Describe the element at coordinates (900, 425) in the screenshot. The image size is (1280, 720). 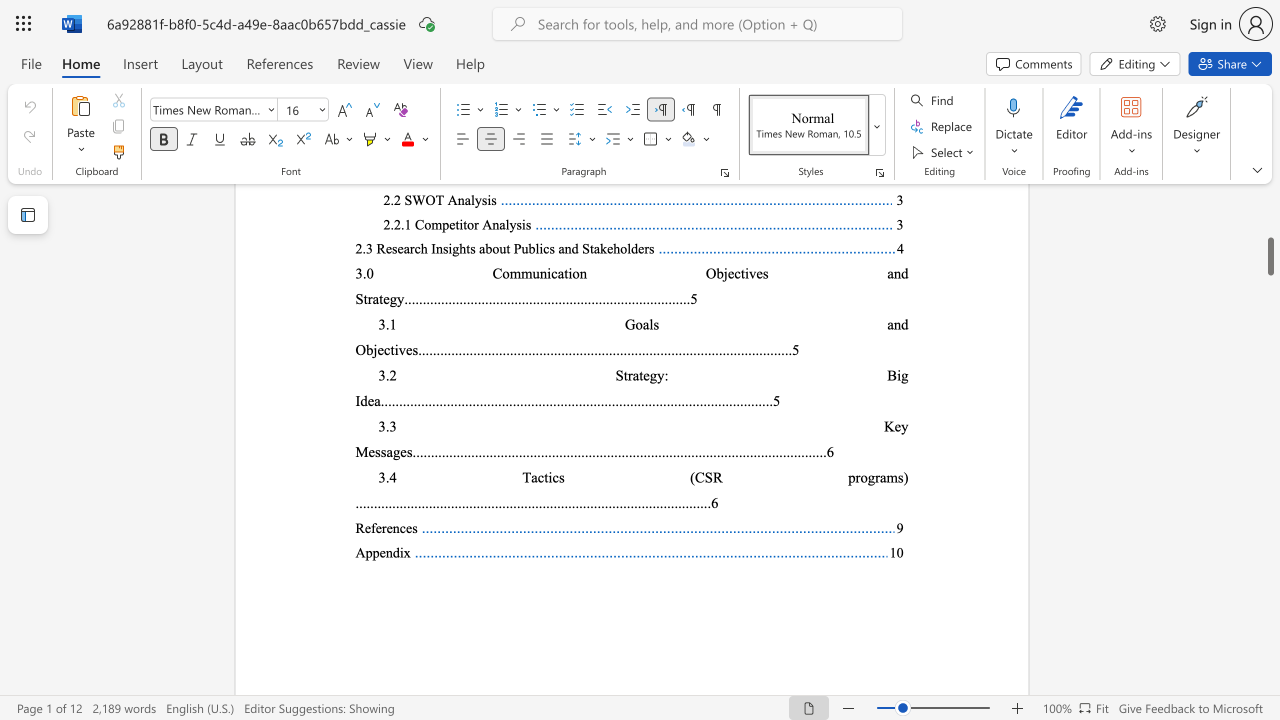
I see `the subset text "y Mess" within the text "3.3 Key Messages"` at that location.